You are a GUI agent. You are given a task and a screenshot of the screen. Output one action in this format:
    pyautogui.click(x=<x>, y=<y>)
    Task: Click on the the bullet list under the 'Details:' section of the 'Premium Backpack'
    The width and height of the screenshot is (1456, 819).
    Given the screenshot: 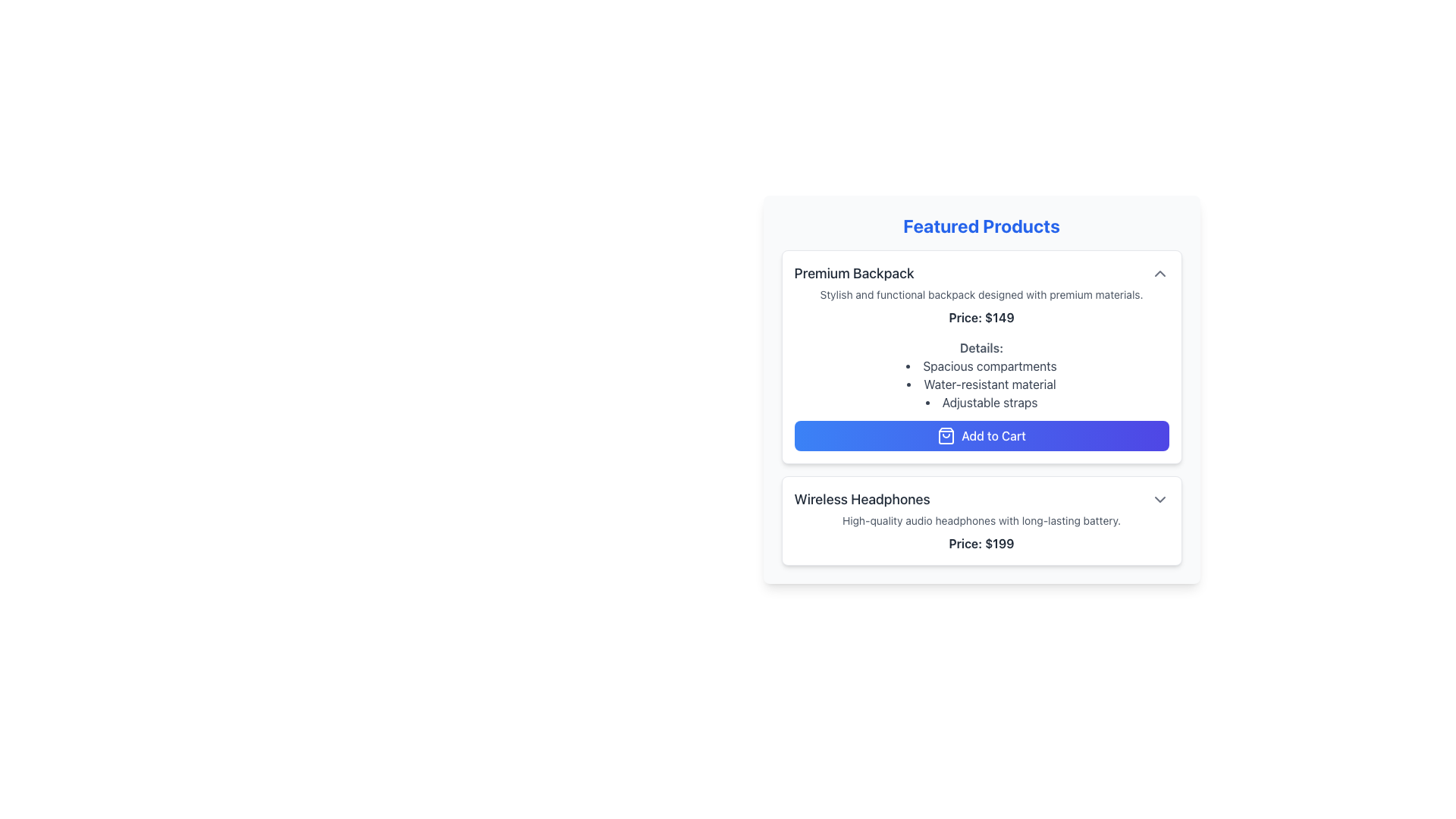 What is the action you would take?
    pyautogui.click(x=981, y=383)
    